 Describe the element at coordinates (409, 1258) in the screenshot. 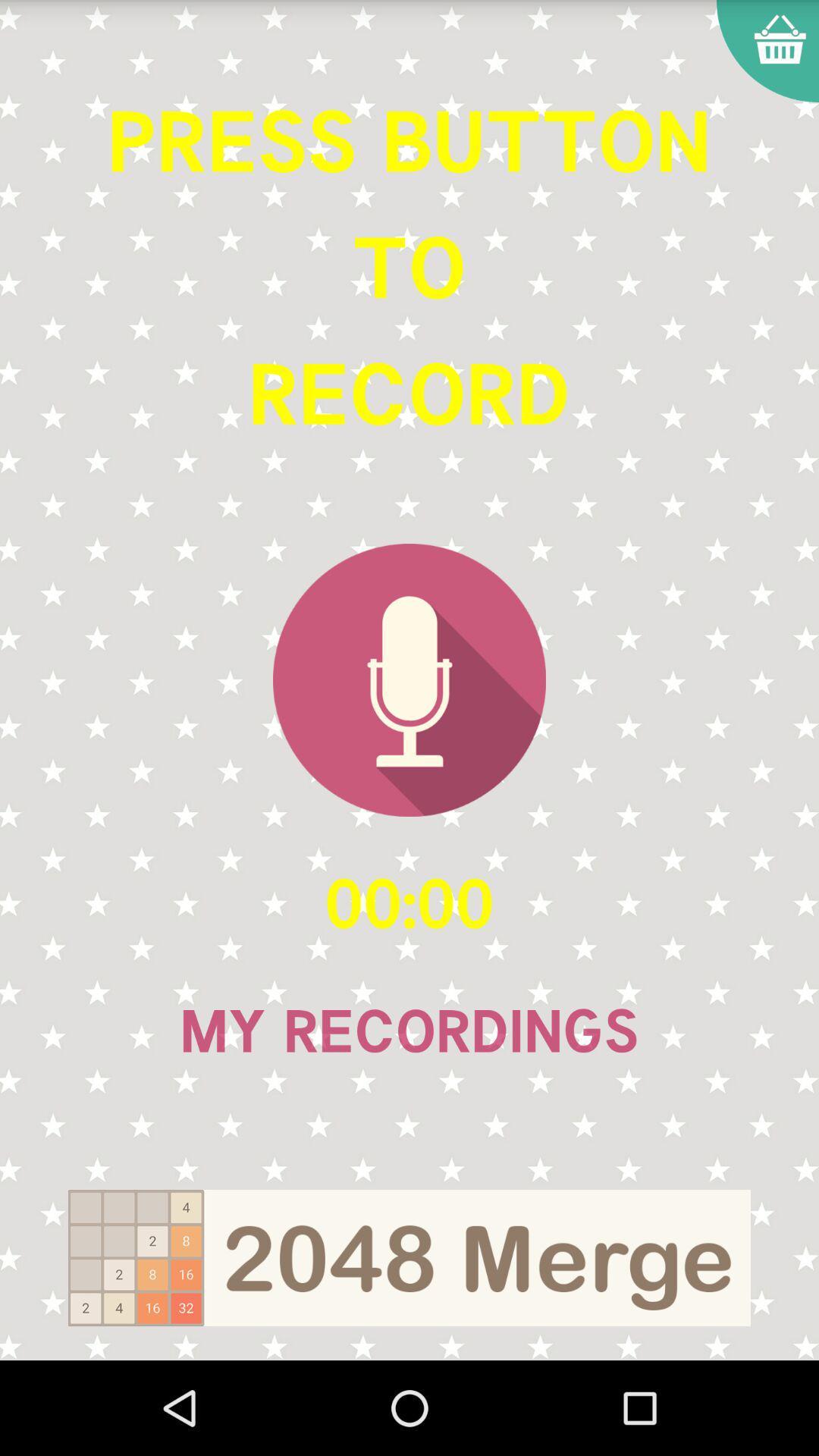

I see `the icon below my recordings` at that location.